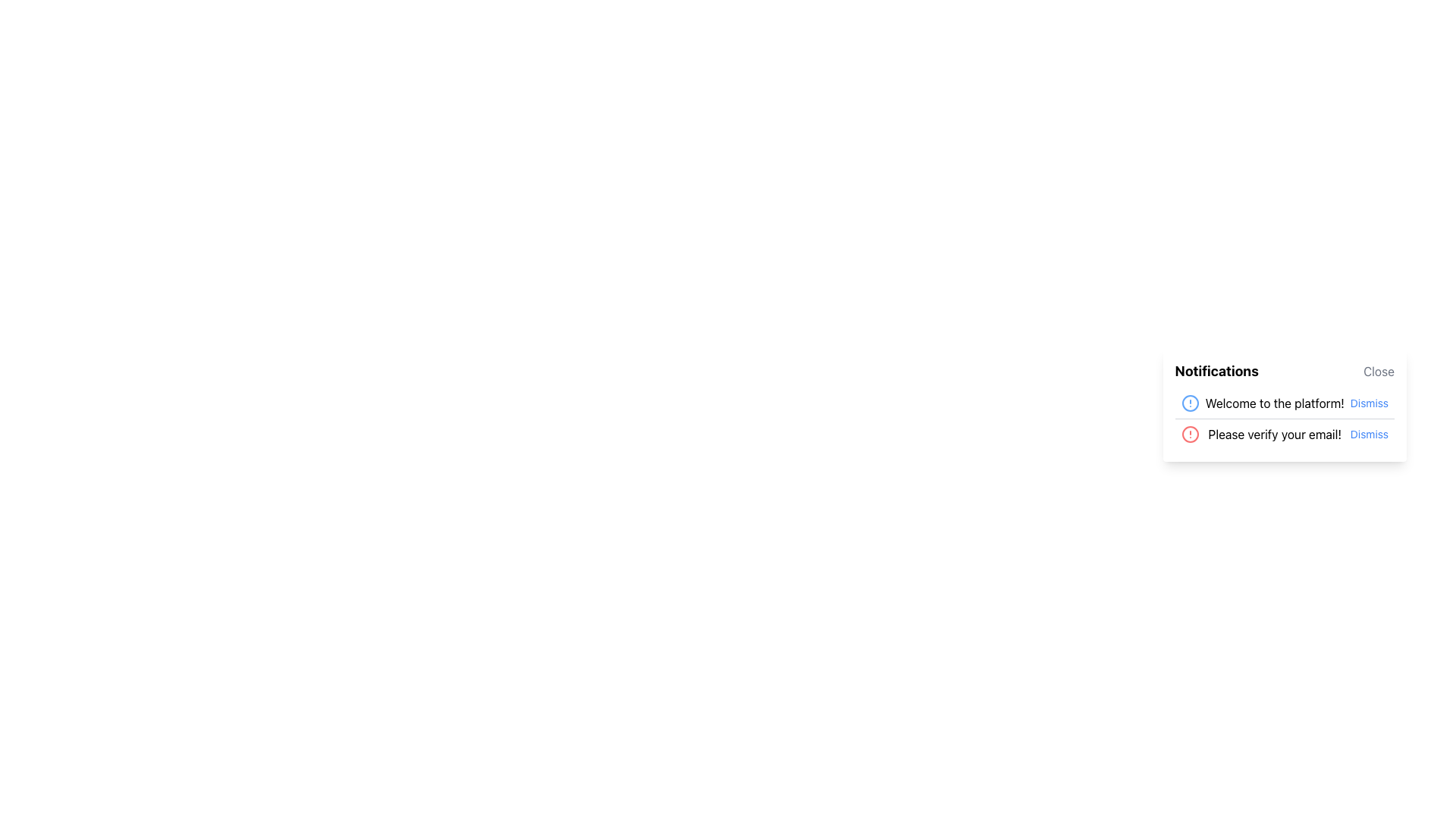 This screenshot has width=1456, height=819. I want to click on the text element displaying 'Please verify your email!' which is located in the second row of the notification list, between an alert icon and a dismiss link, so click(1274, 435).